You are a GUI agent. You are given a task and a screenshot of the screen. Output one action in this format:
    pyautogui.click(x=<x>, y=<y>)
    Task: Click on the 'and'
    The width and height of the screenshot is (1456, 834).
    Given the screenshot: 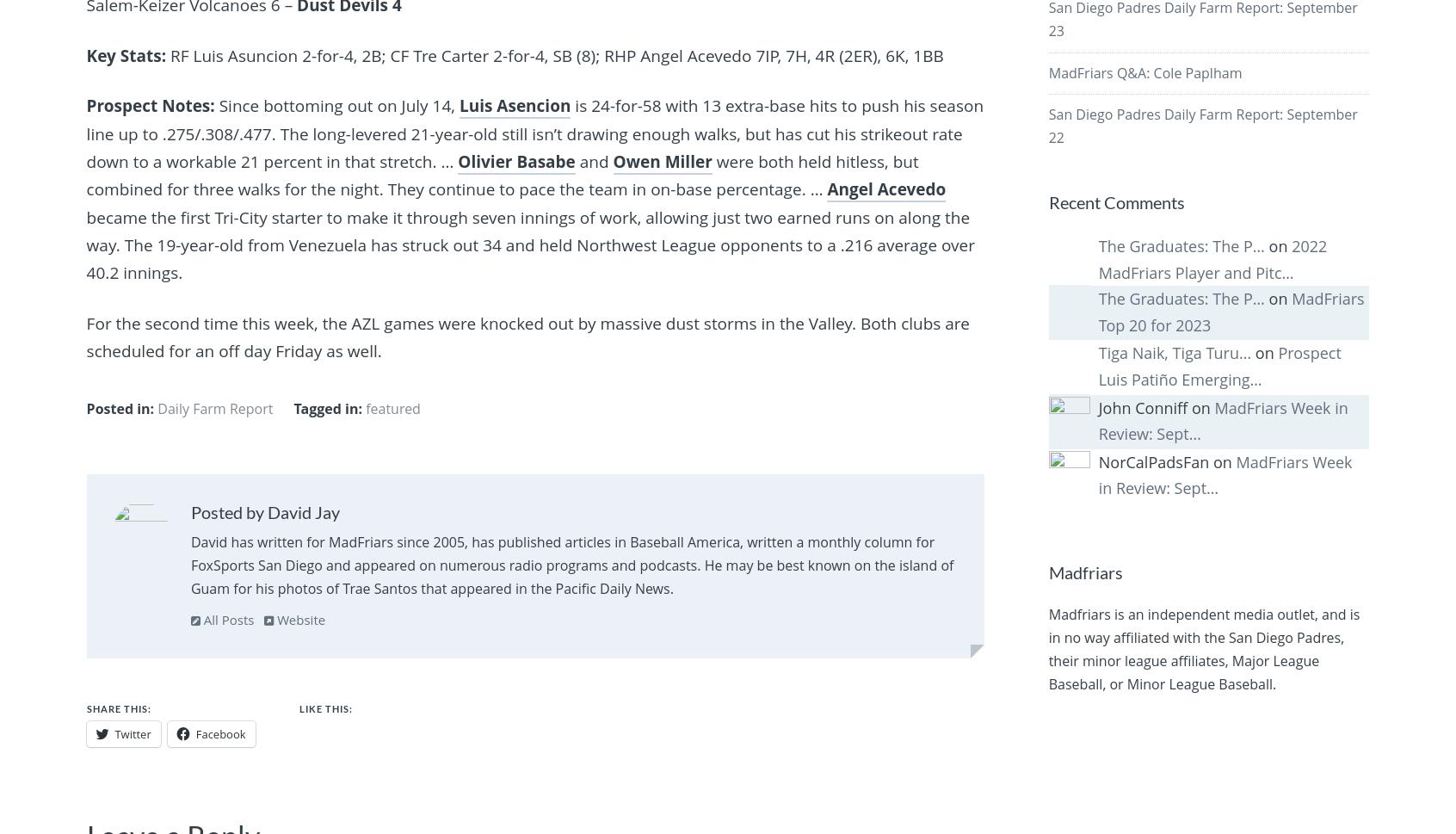 What is the action you would take?
    pyautogui.click(x=593, y=161)
    